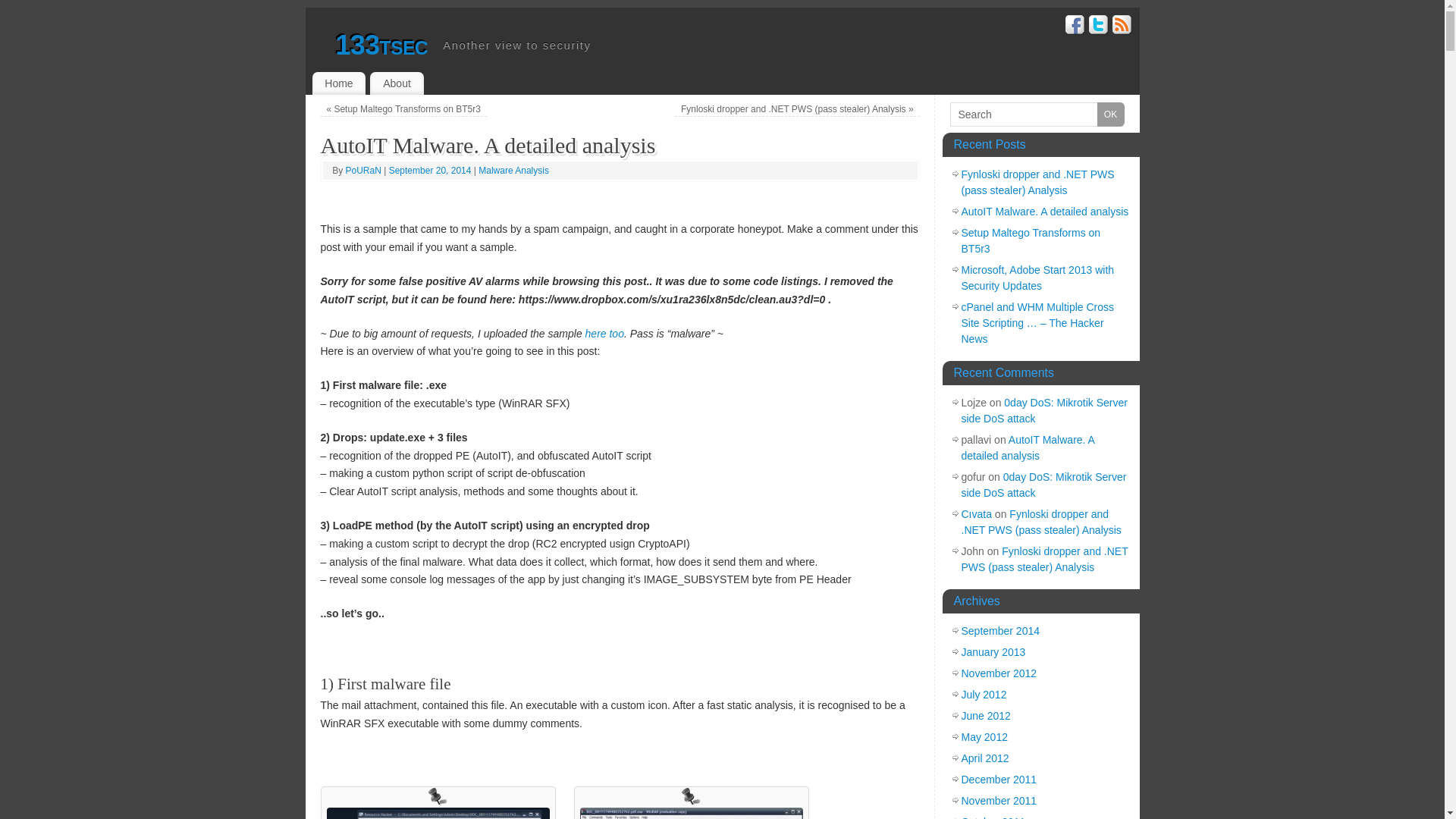 The height and width of the screenshot is (819, 1456). Describe the element at coordinates (993, 651) in the screenshot. I see `'January 2013'` at that location.